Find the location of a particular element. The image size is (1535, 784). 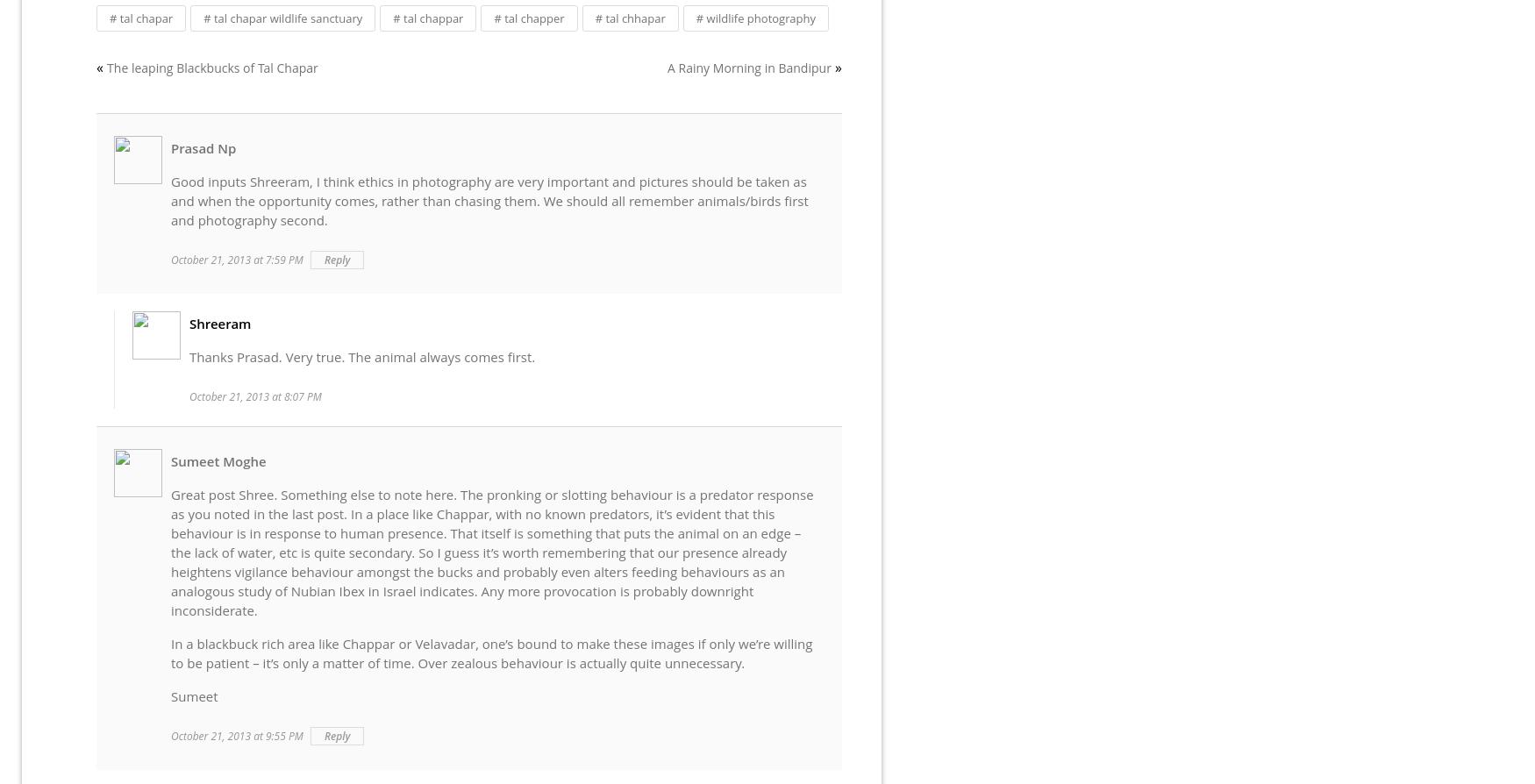

'Sumeet Moghe' is located at coordinates (218, 461).